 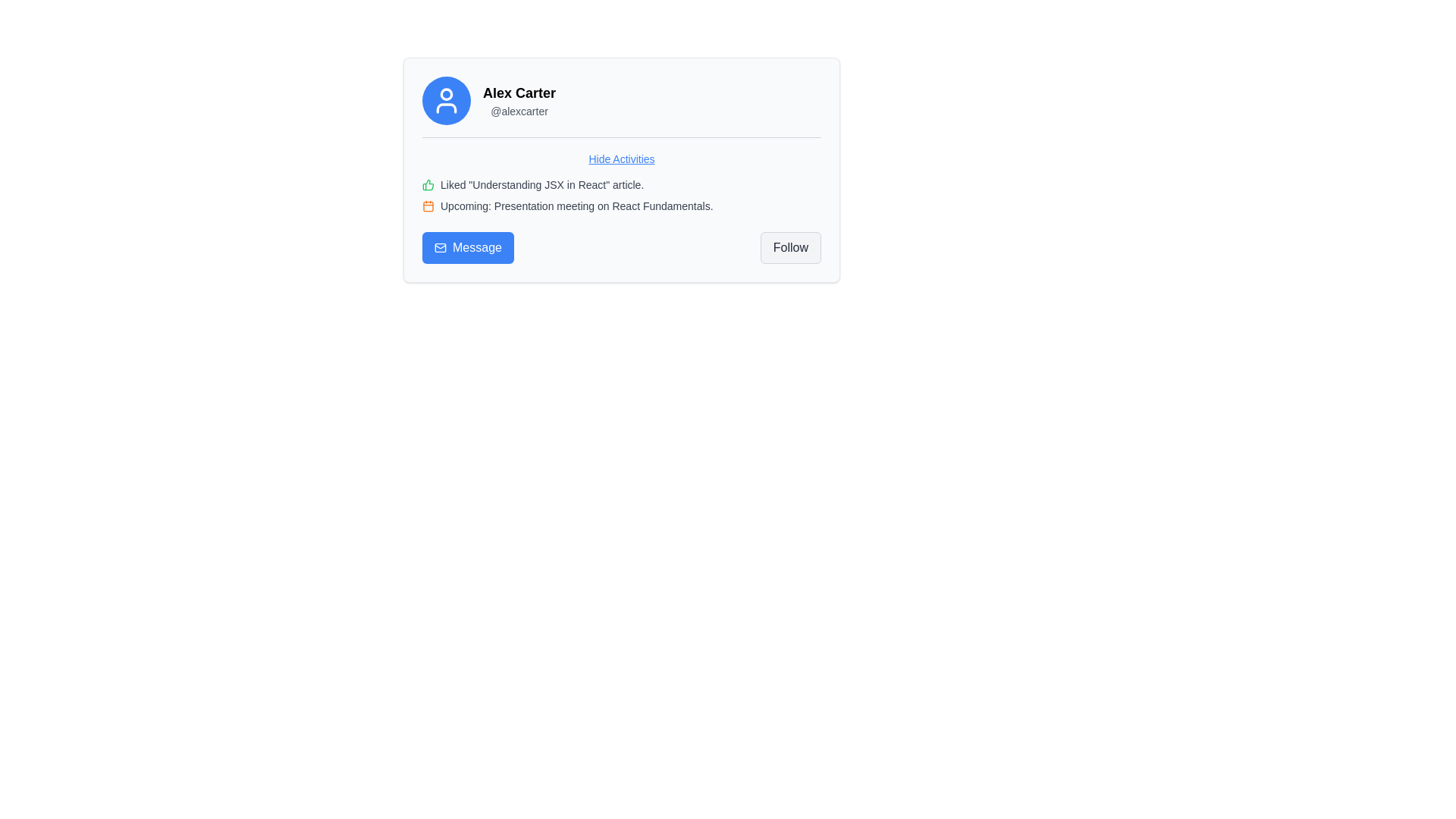 I want to click on the Text Label displaying the user's name, so click(x=519, y=93).